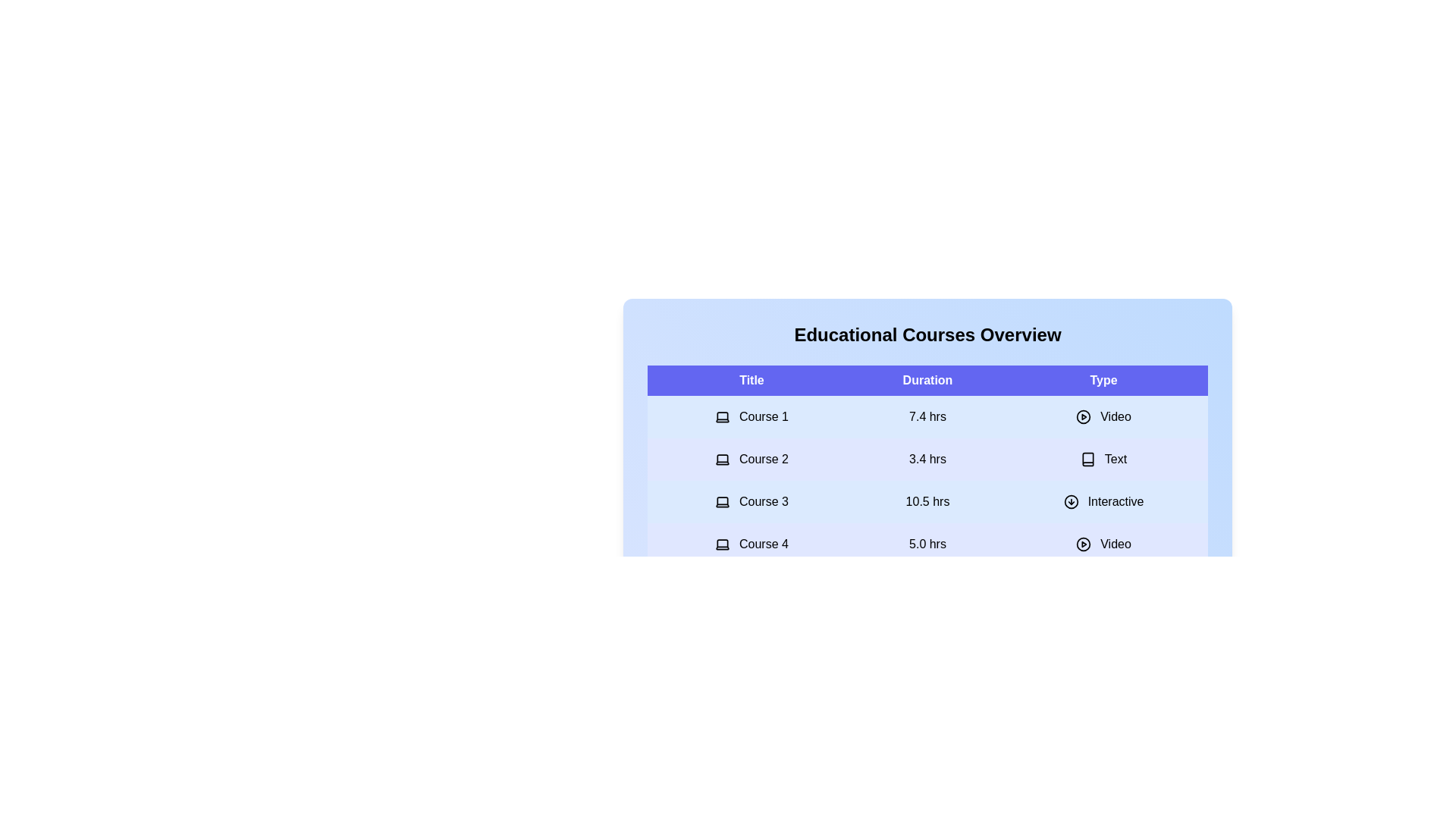  What do you see at coordinates (1083, 543) in the screenshot?
I see `the type icon for the course with title 'Course 4'` at bounding box center [1083, 543].